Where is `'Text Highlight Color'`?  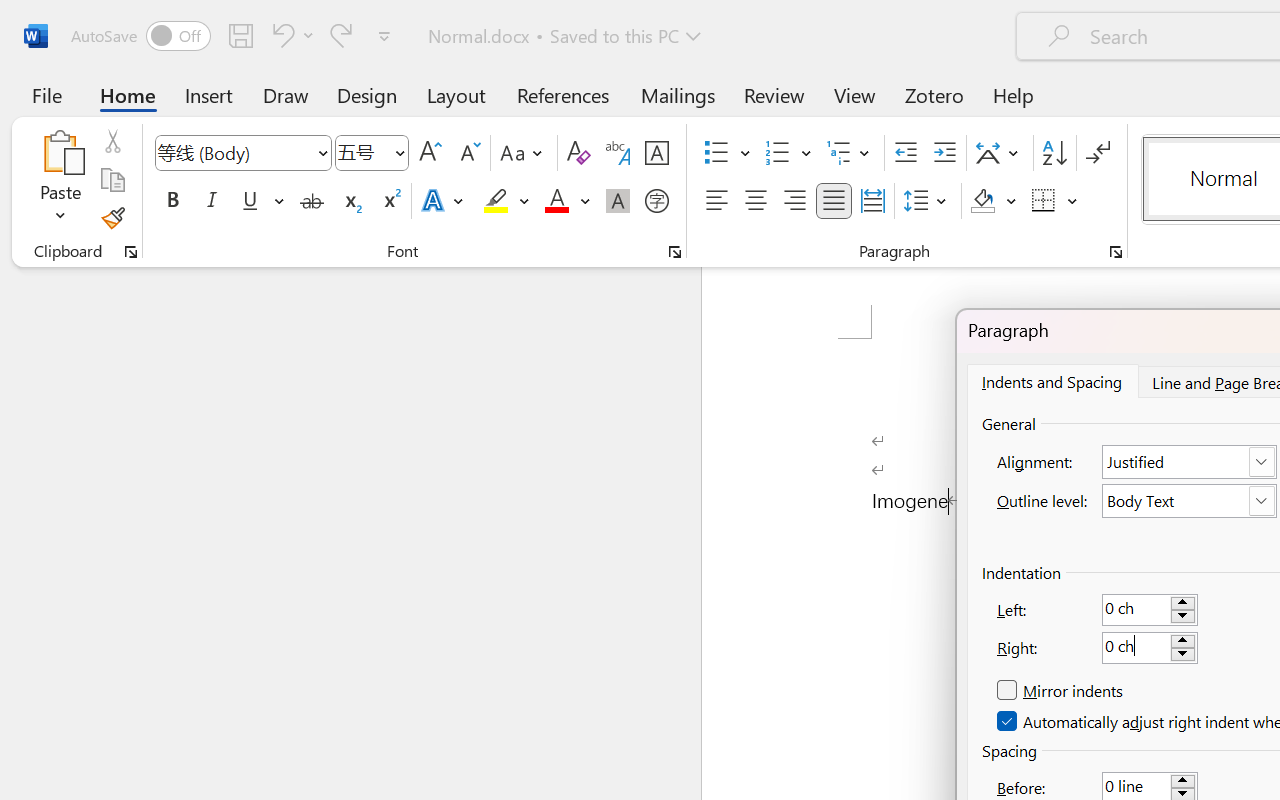 'Text Highlight Color' is located at coordinates (506, 201).